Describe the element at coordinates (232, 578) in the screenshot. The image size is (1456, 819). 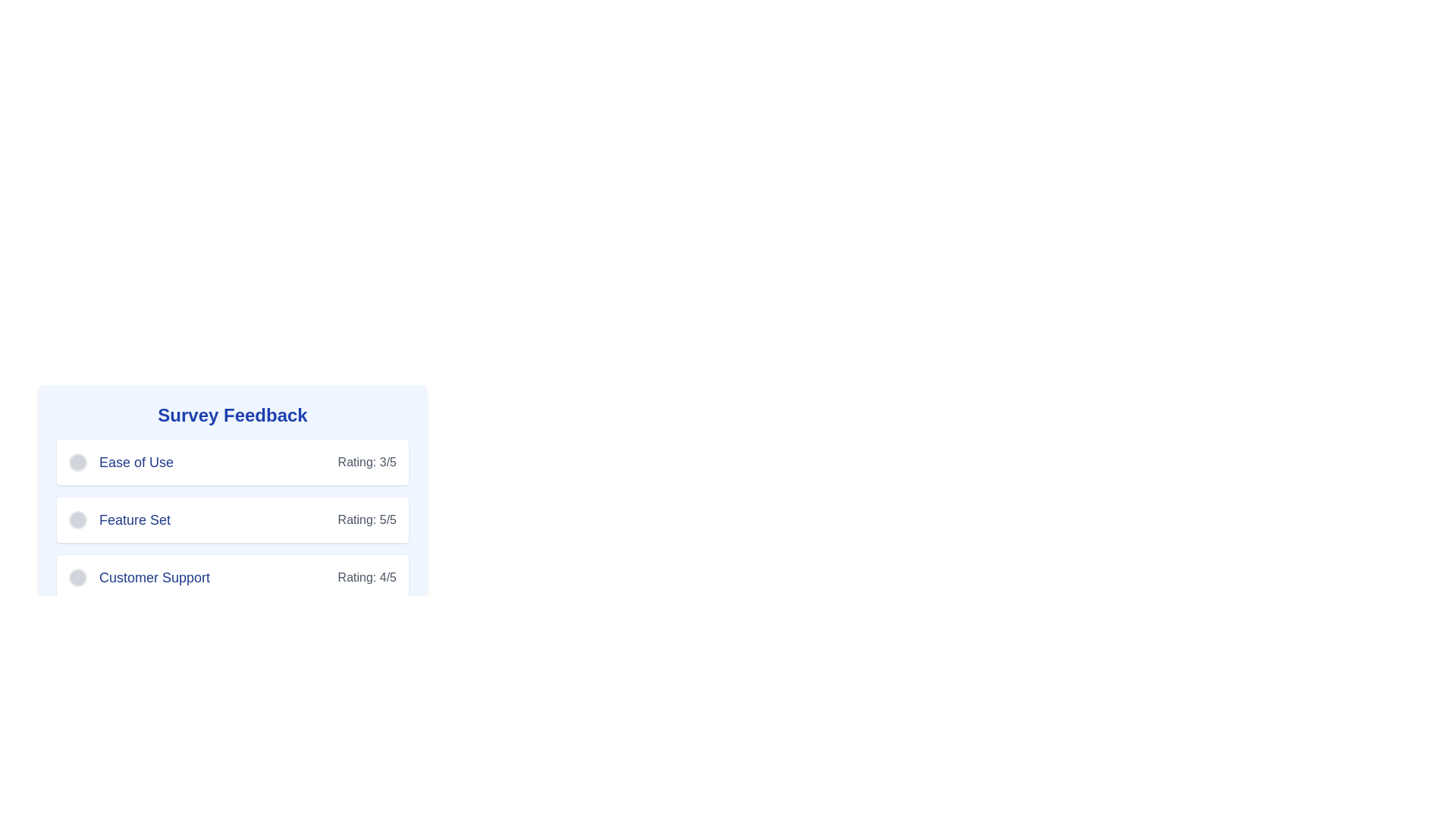
I see `the Feedback summary panel displaying 'Customer Support' with a rating of '4/5', which is the third item in the list` at that location.